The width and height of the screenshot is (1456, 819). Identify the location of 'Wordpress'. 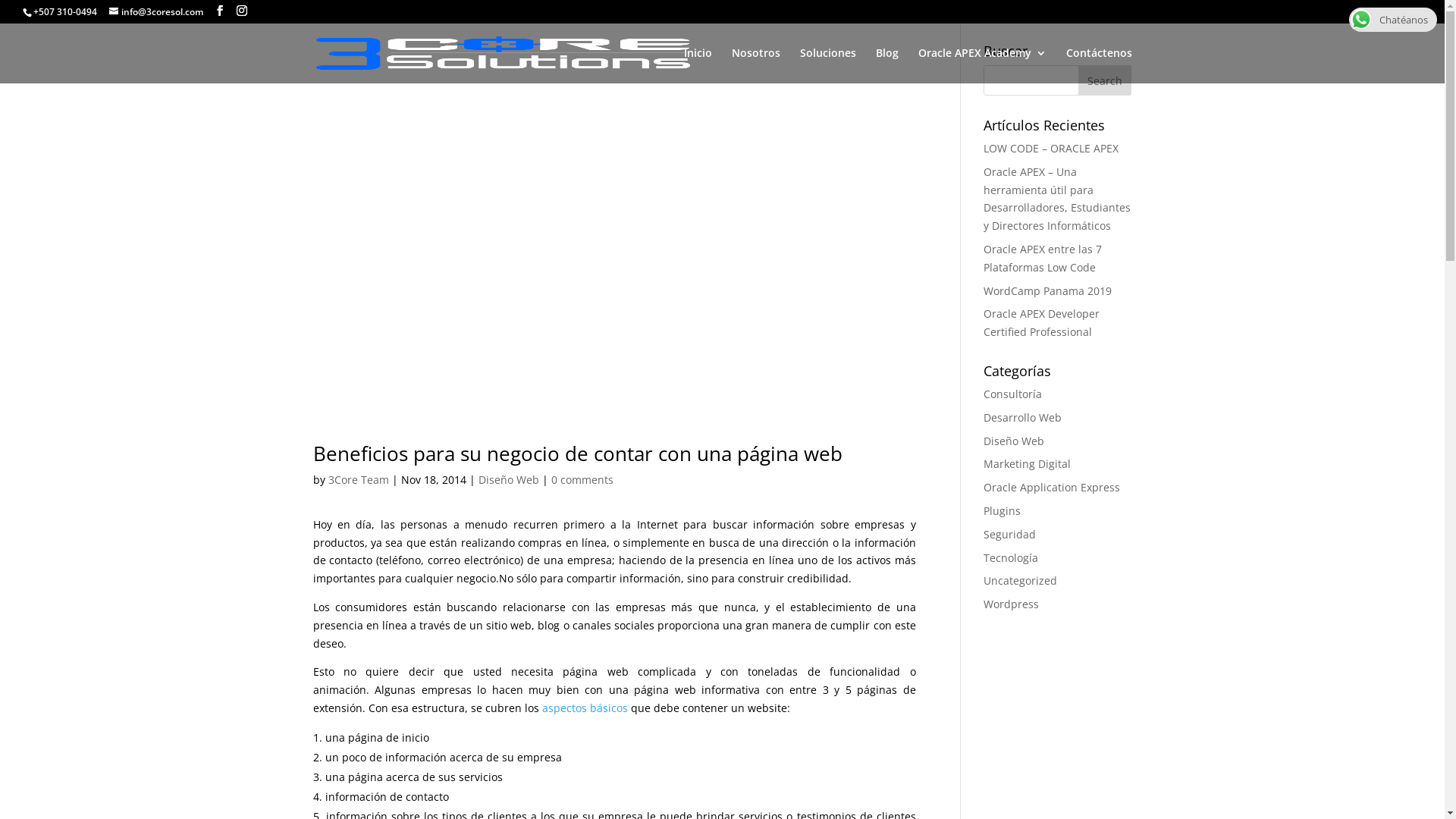
(1011, 603).